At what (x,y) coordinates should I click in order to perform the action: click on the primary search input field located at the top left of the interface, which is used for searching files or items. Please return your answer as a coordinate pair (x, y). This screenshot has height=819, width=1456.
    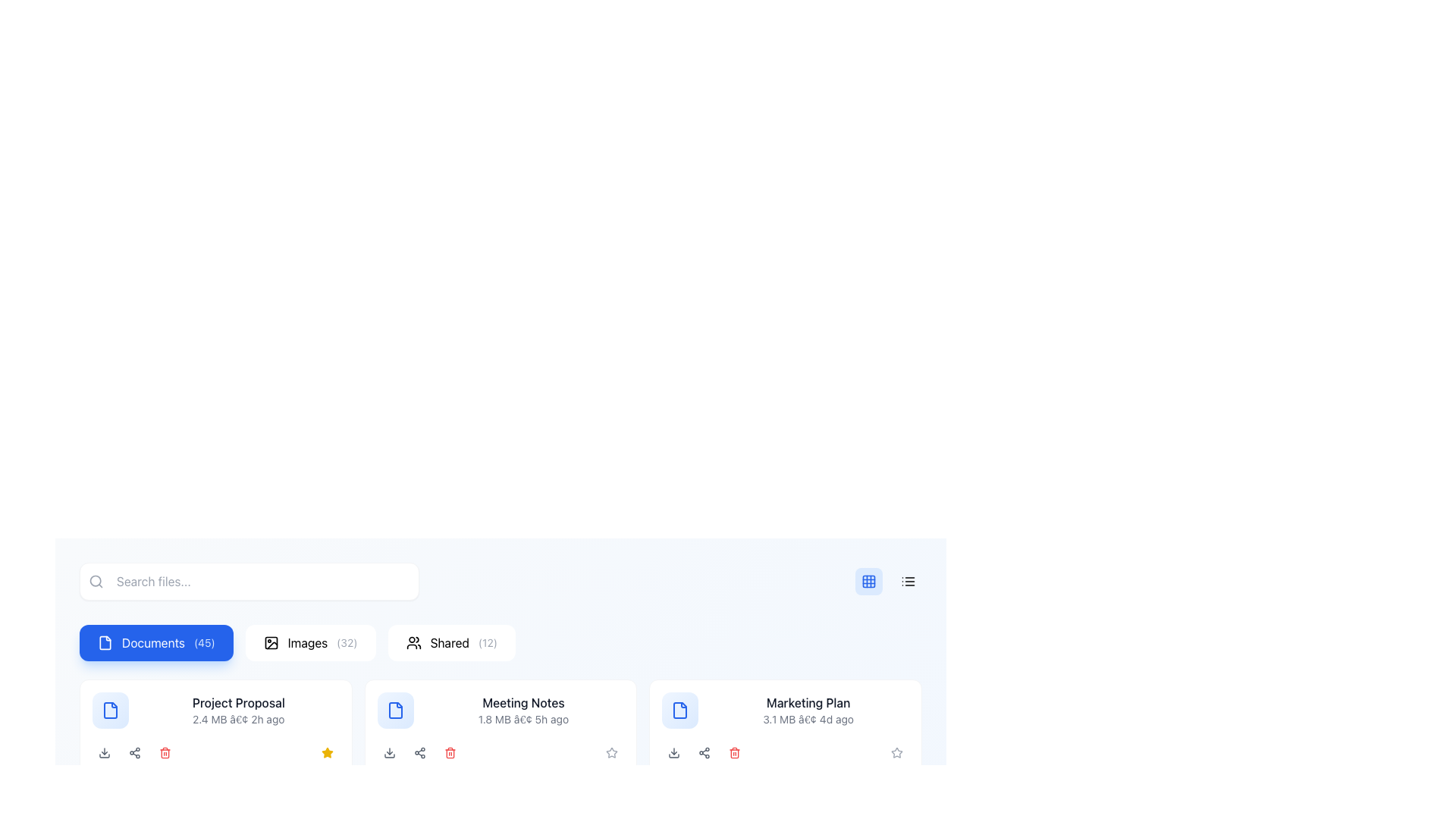
    Looking at the image, I should click on (249, 581).